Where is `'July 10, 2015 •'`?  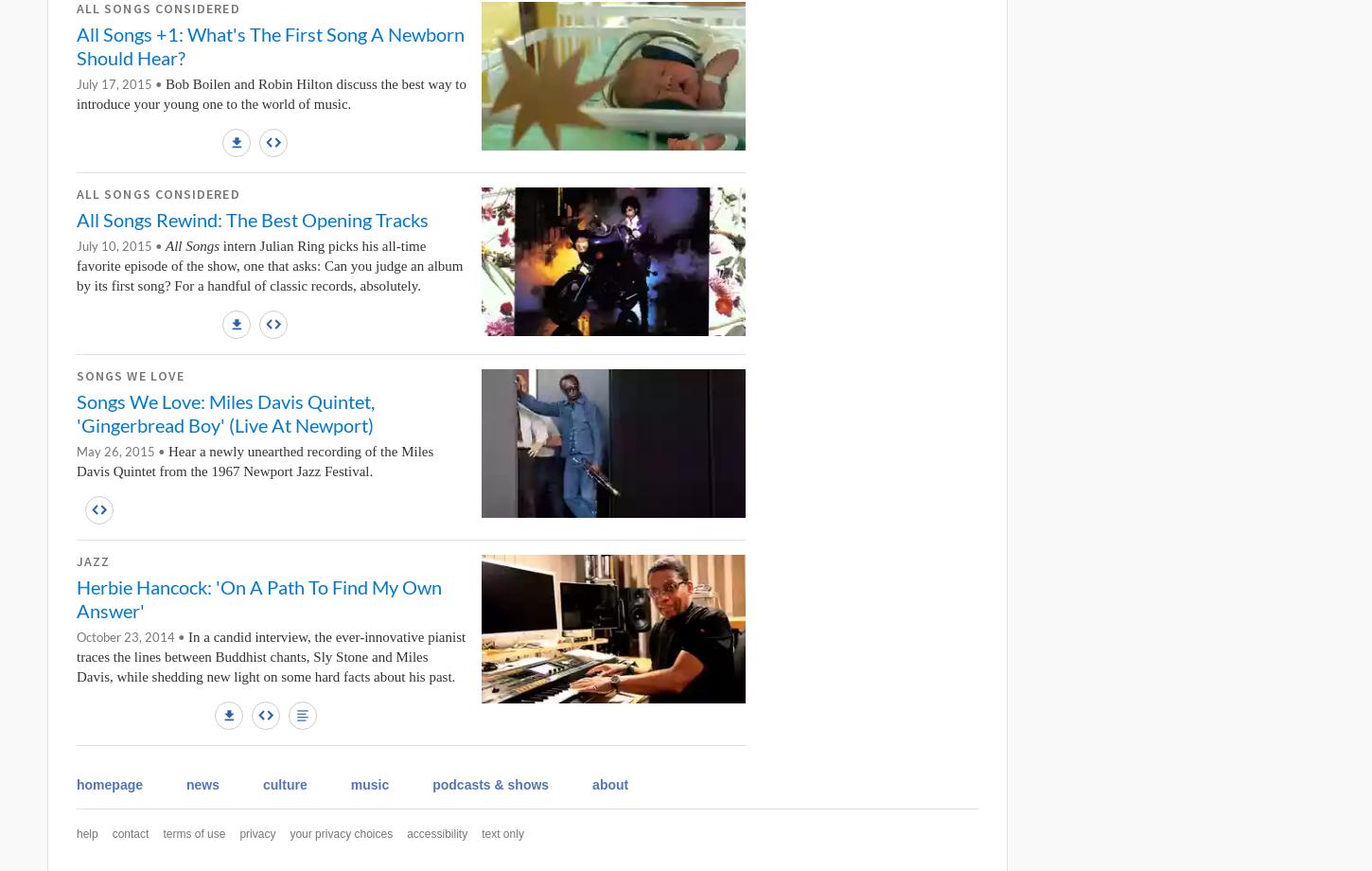 'July 10, 2015 •' is located at coordinates (120, 244).